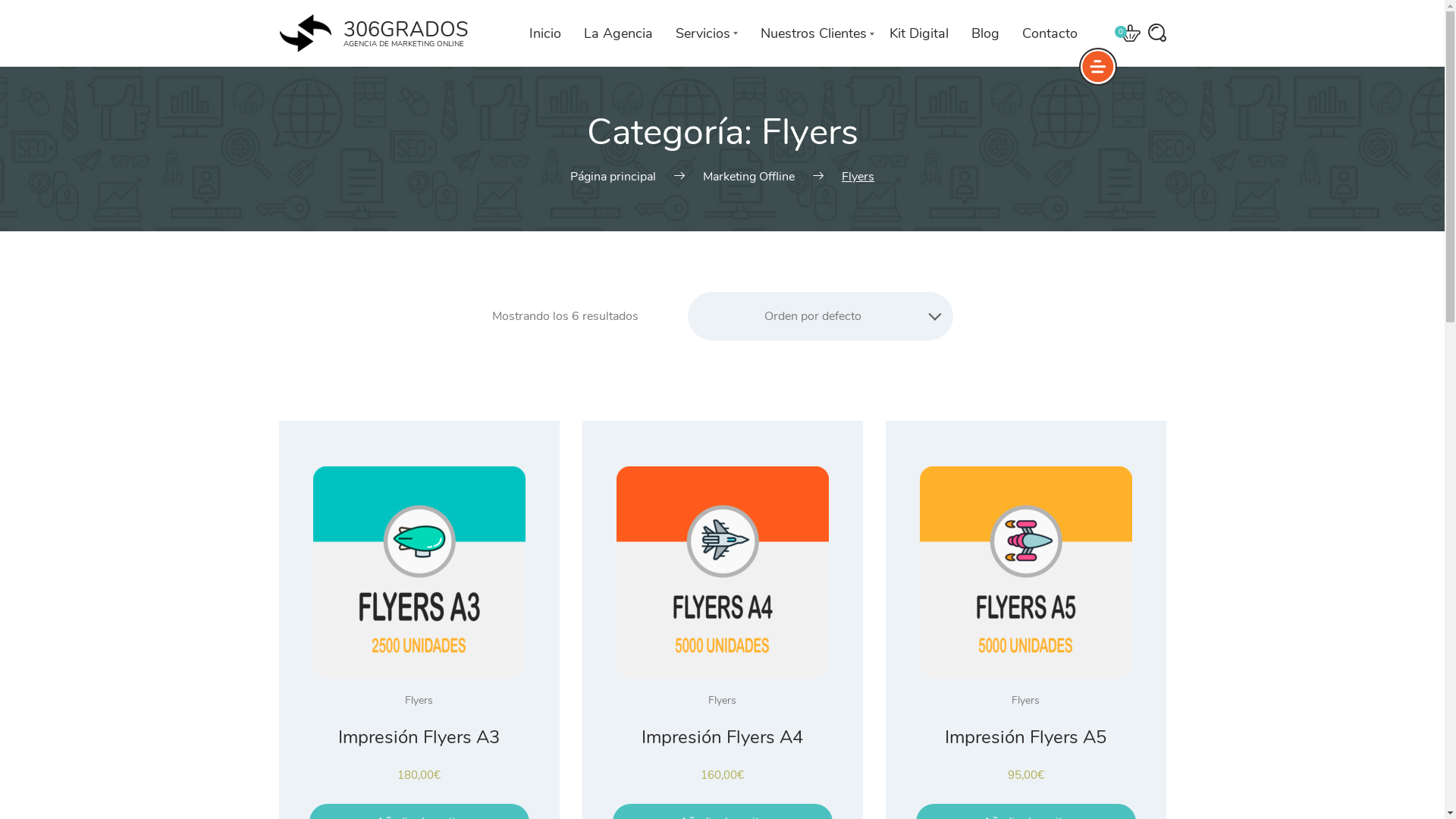 The height and width of the screenshot is (819, 1456). What do you see at coordinates (748, 175) in the screenshot?
I see `'Marketing Offline'` at bounding box center [748, 175].